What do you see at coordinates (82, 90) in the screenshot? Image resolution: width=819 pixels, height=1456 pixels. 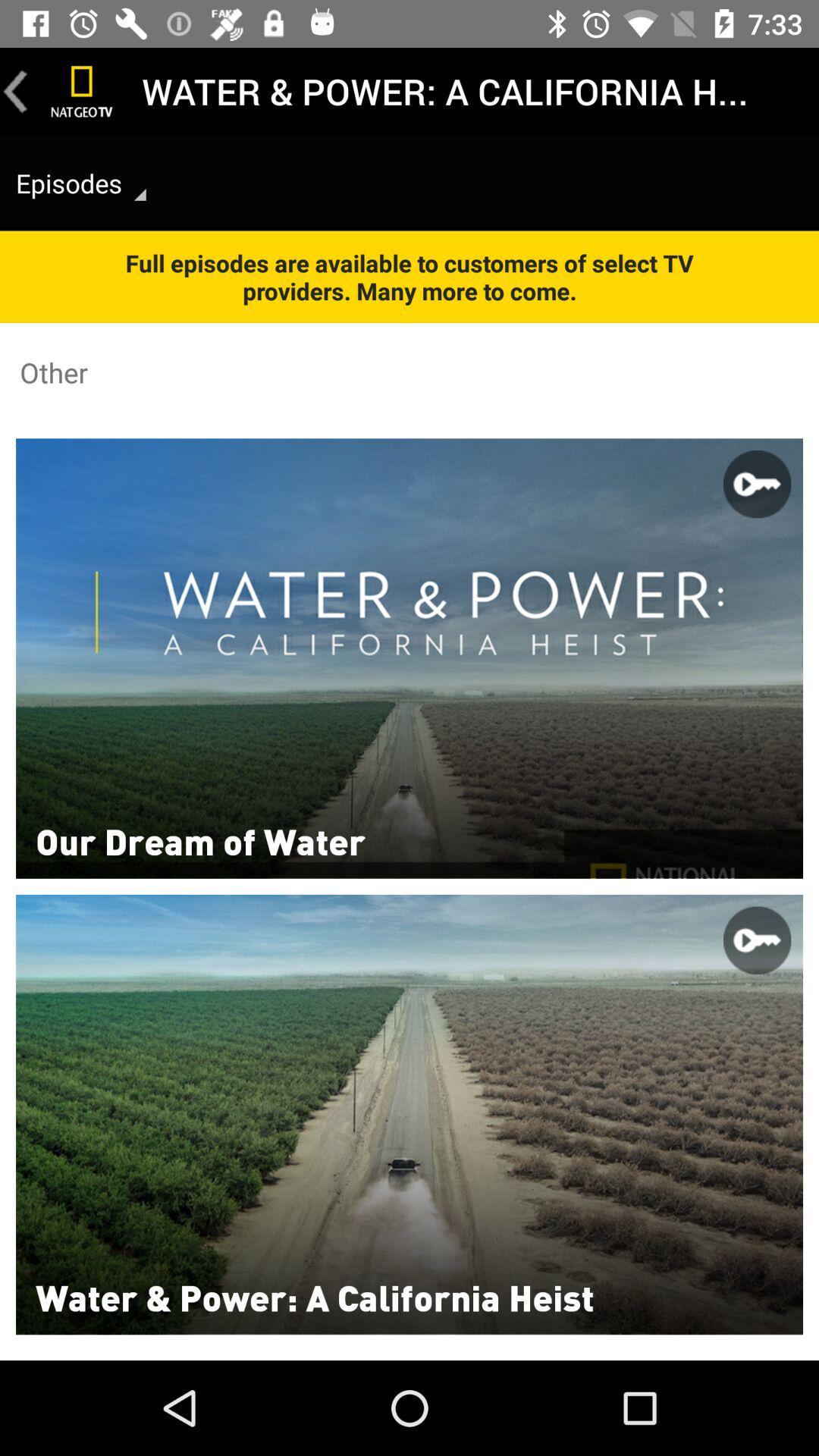 I see `icon next to the water power a icon` at bounding box center [82, 90].